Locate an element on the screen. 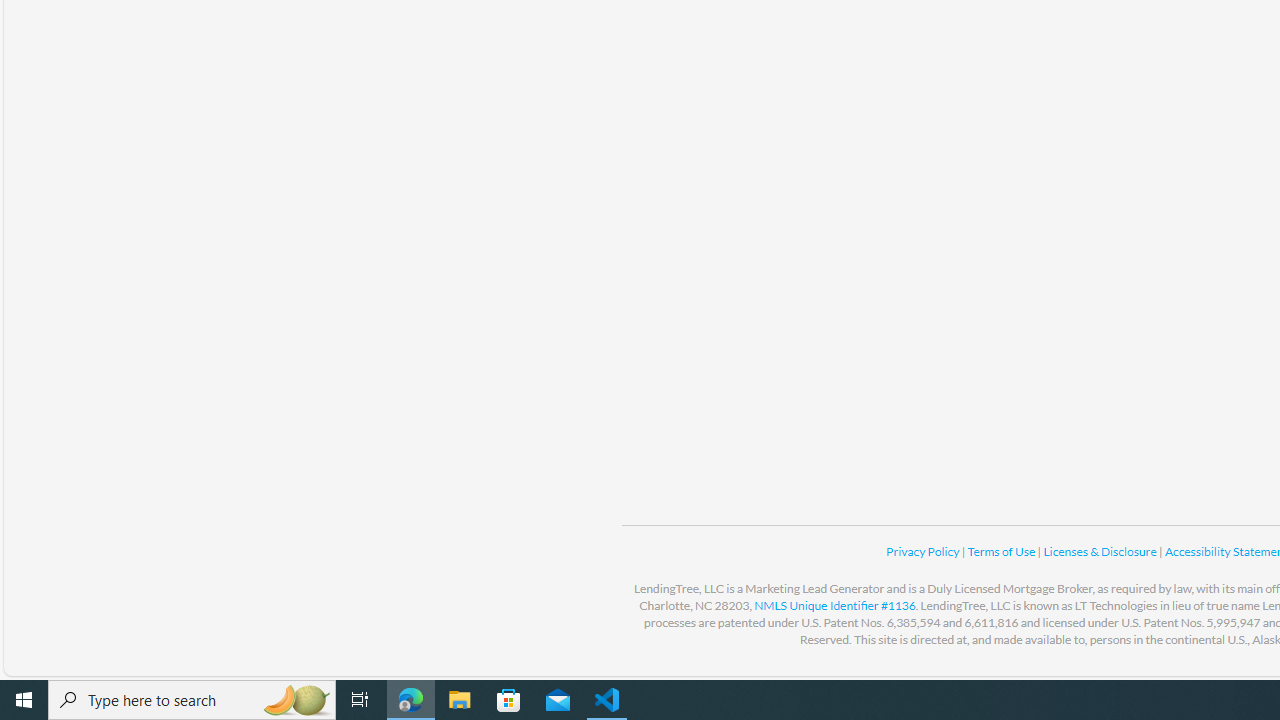 Image resolution: width=1280 pixels, height=720 pixels. 'Licenses & Disclosure ' is located at coordinates (1099, 551).